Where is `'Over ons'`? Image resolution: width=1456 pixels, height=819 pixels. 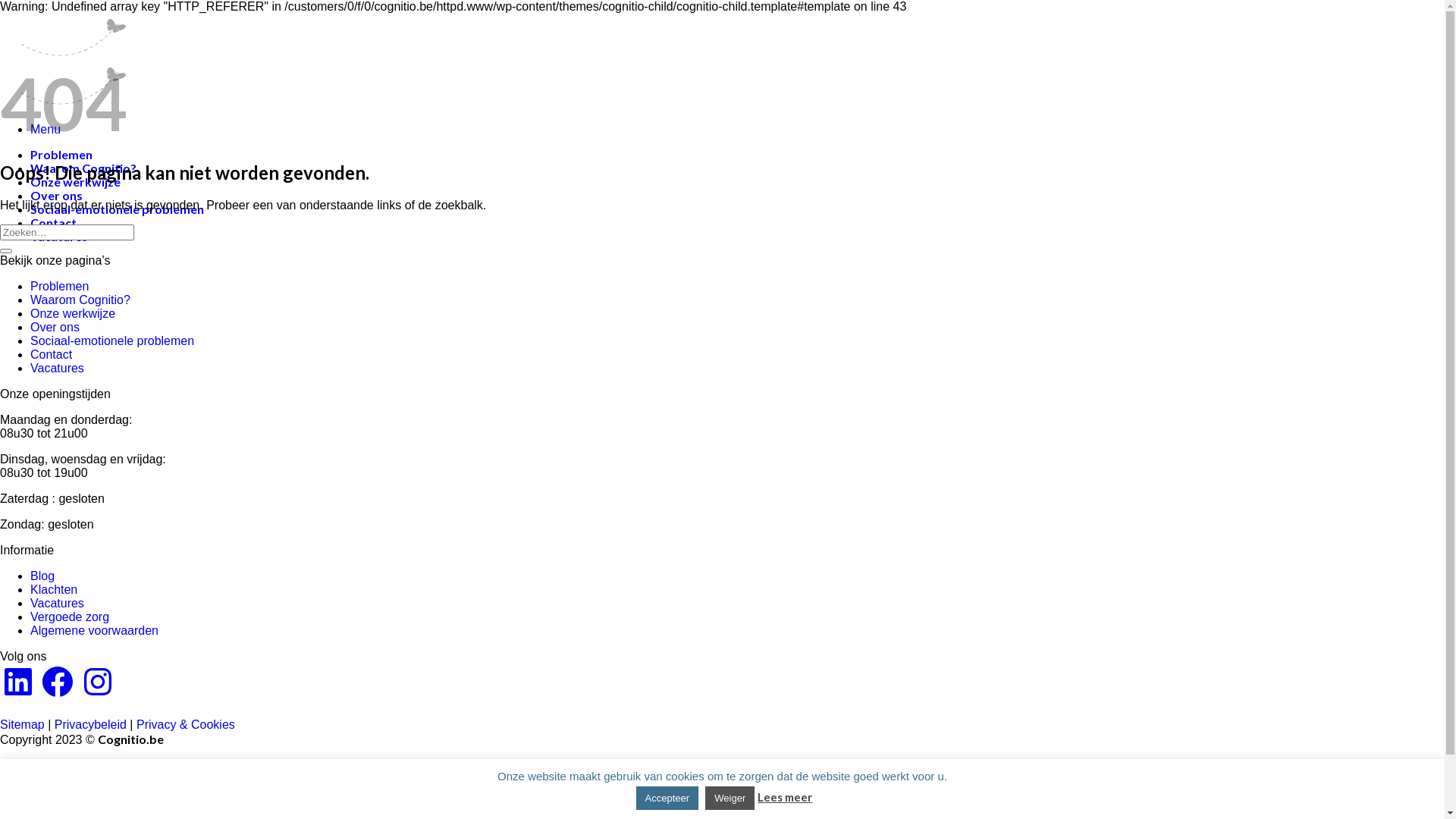 'Over ons' is located at coordinates (56, 194).